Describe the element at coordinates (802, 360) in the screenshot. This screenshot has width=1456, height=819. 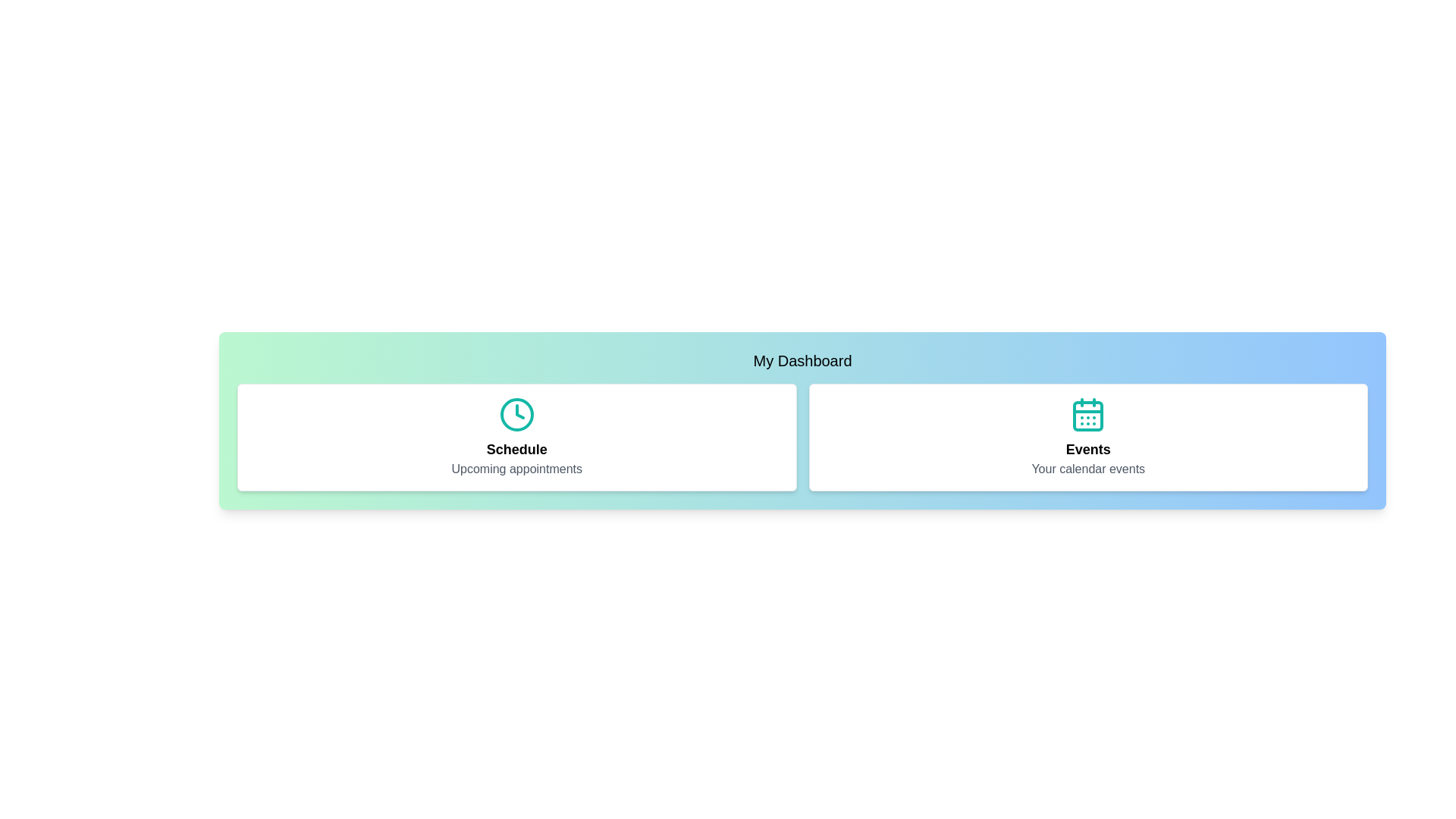
I see `the 'My Dashboard' text label, which is a large, bold font element centrally positioned in the header section of the dashboard interface` at that location.